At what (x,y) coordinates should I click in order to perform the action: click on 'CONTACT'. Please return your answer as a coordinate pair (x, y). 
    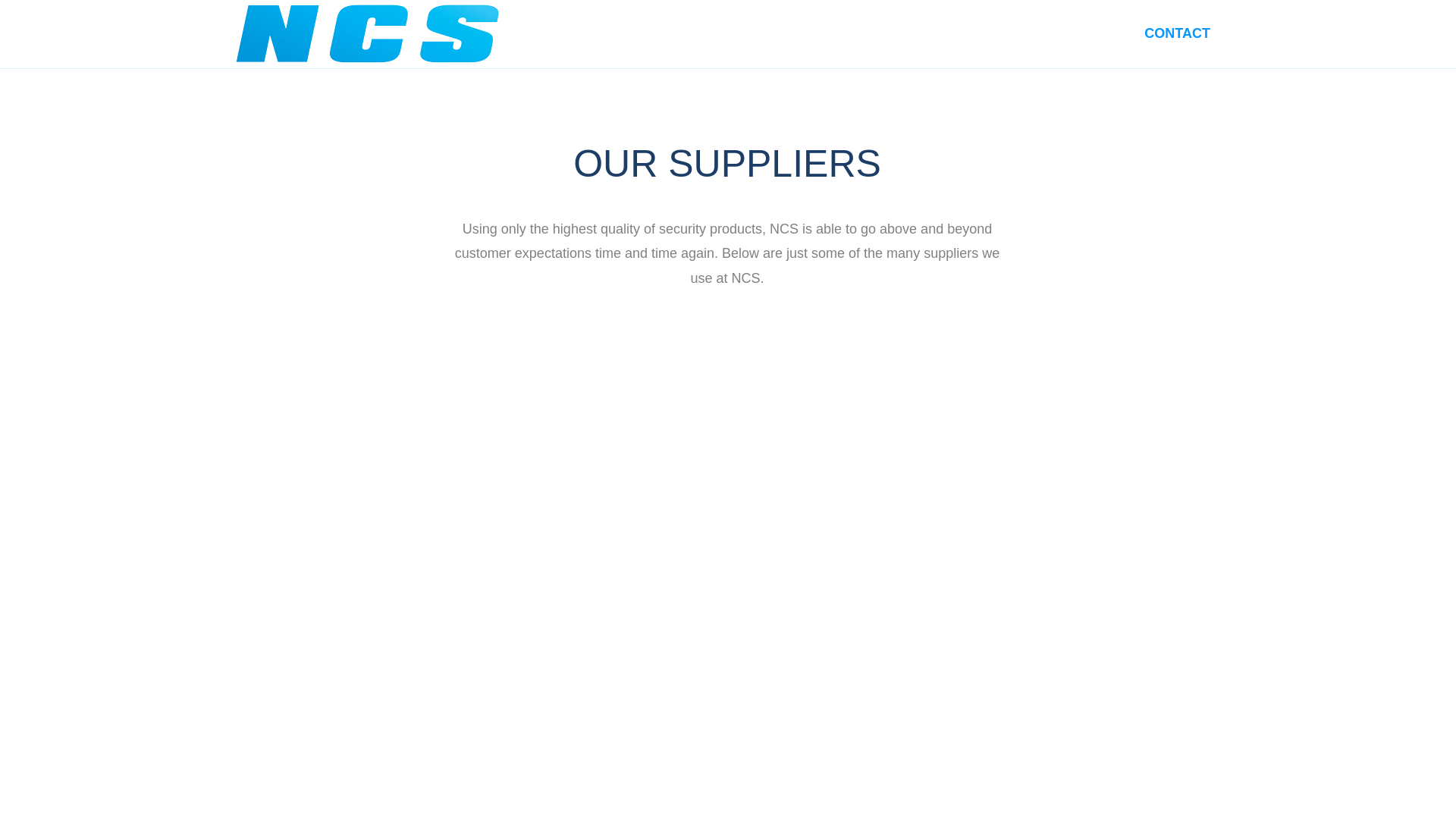
    Looking at the image, I should click on (1176, 33).